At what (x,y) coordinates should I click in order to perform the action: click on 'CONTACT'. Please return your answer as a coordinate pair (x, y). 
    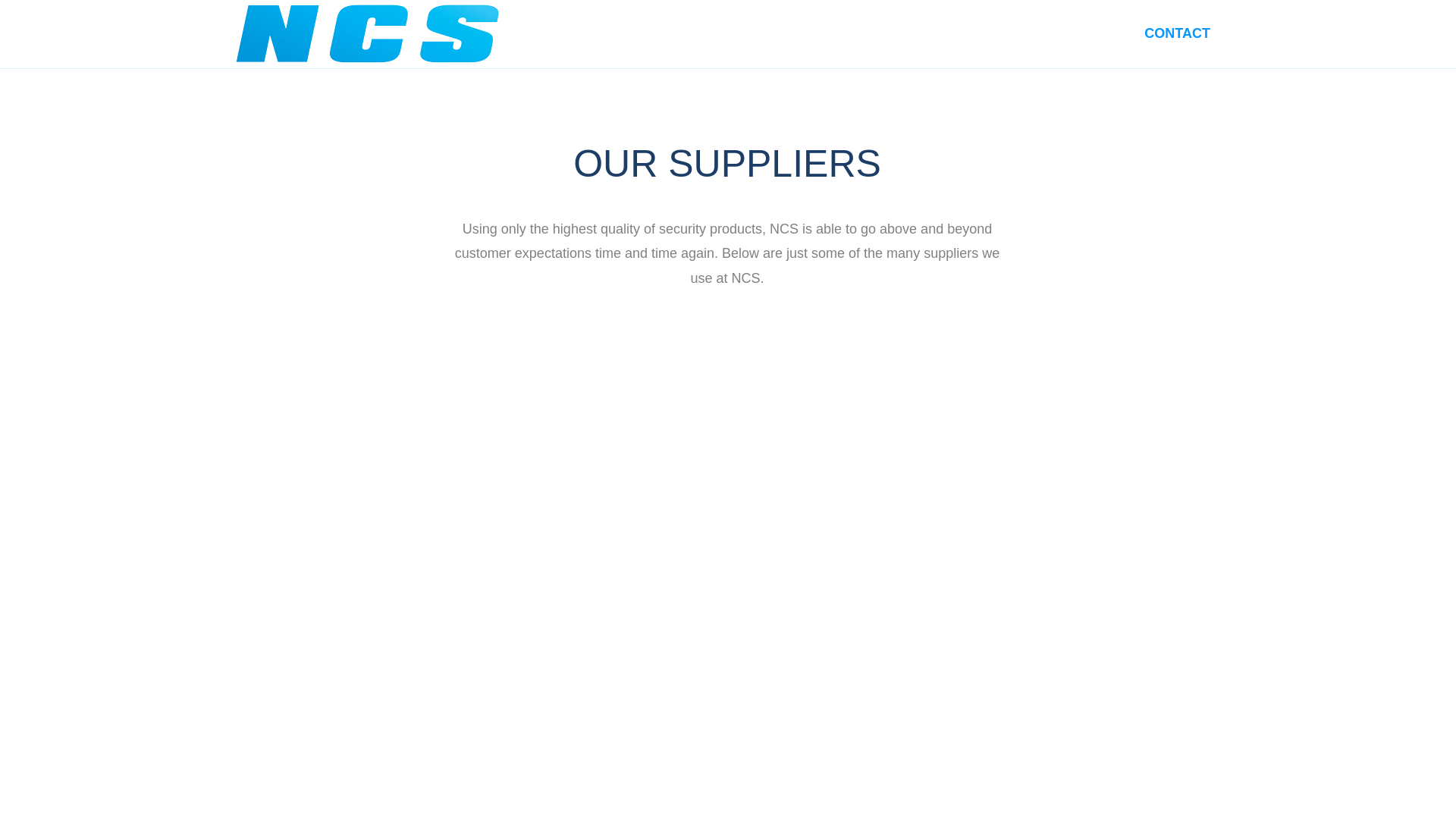
    Looking at the image, I should click on (1176, 33).